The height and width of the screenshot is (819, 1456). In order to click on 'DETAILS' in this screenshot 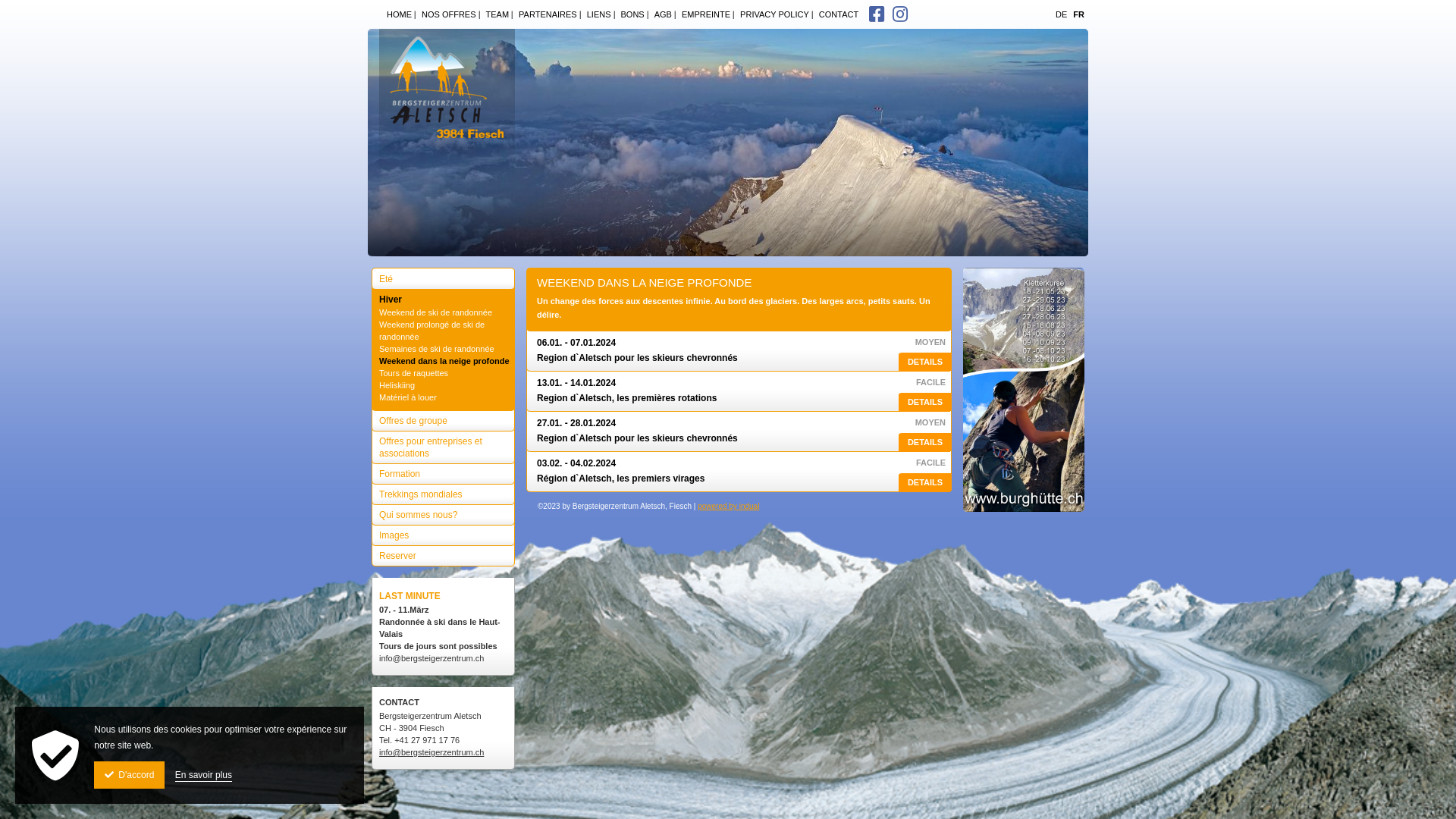, I will do `click(924, 362)`.